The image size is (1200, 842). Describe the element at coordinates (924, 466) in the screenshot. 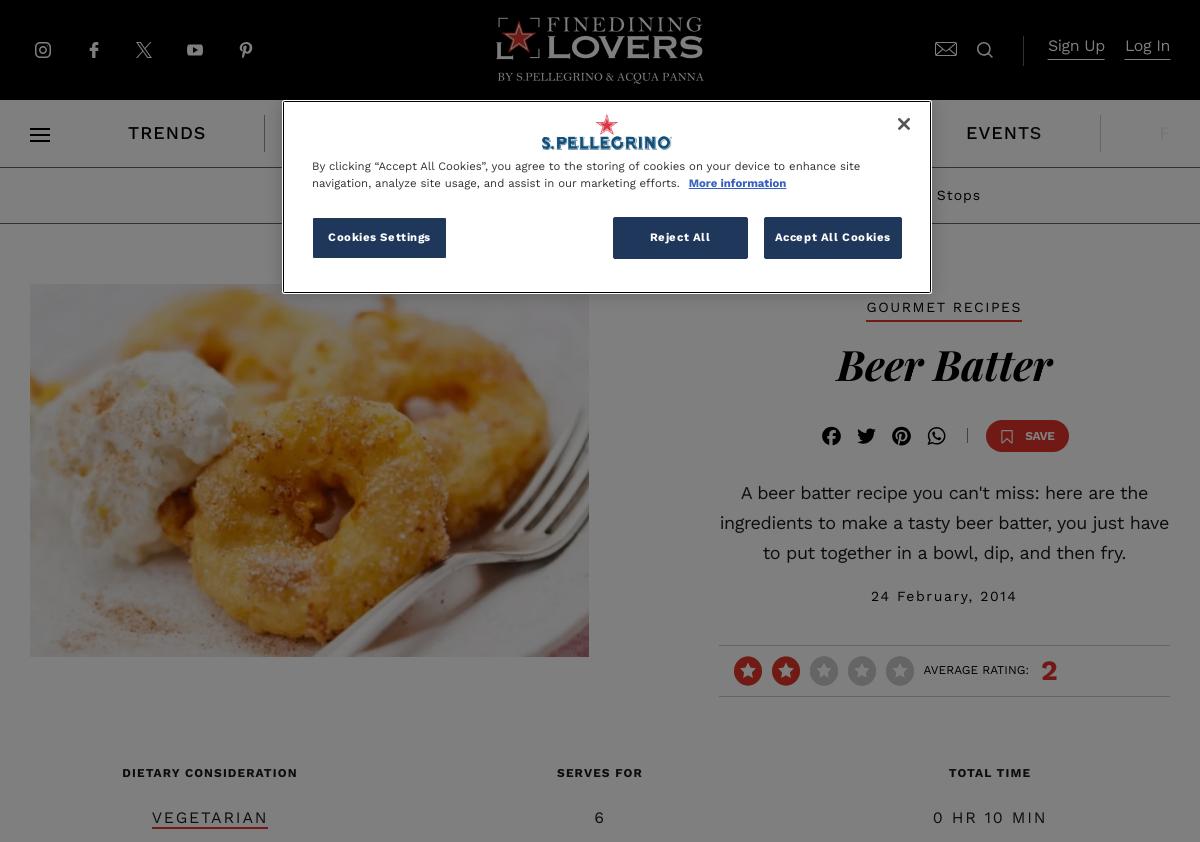

I see `'WhatsApp'` at that location.